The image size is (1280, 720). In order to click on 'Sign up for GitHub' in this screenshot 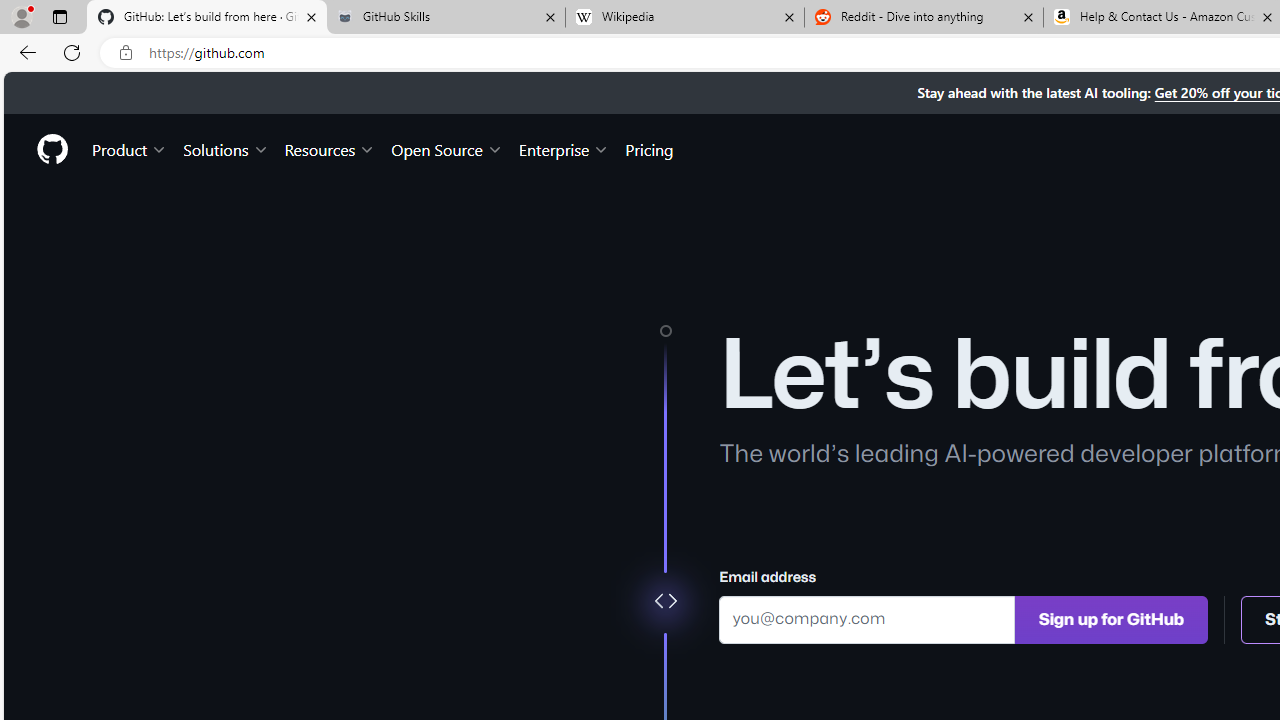, I will do `click(1110, 618)`.